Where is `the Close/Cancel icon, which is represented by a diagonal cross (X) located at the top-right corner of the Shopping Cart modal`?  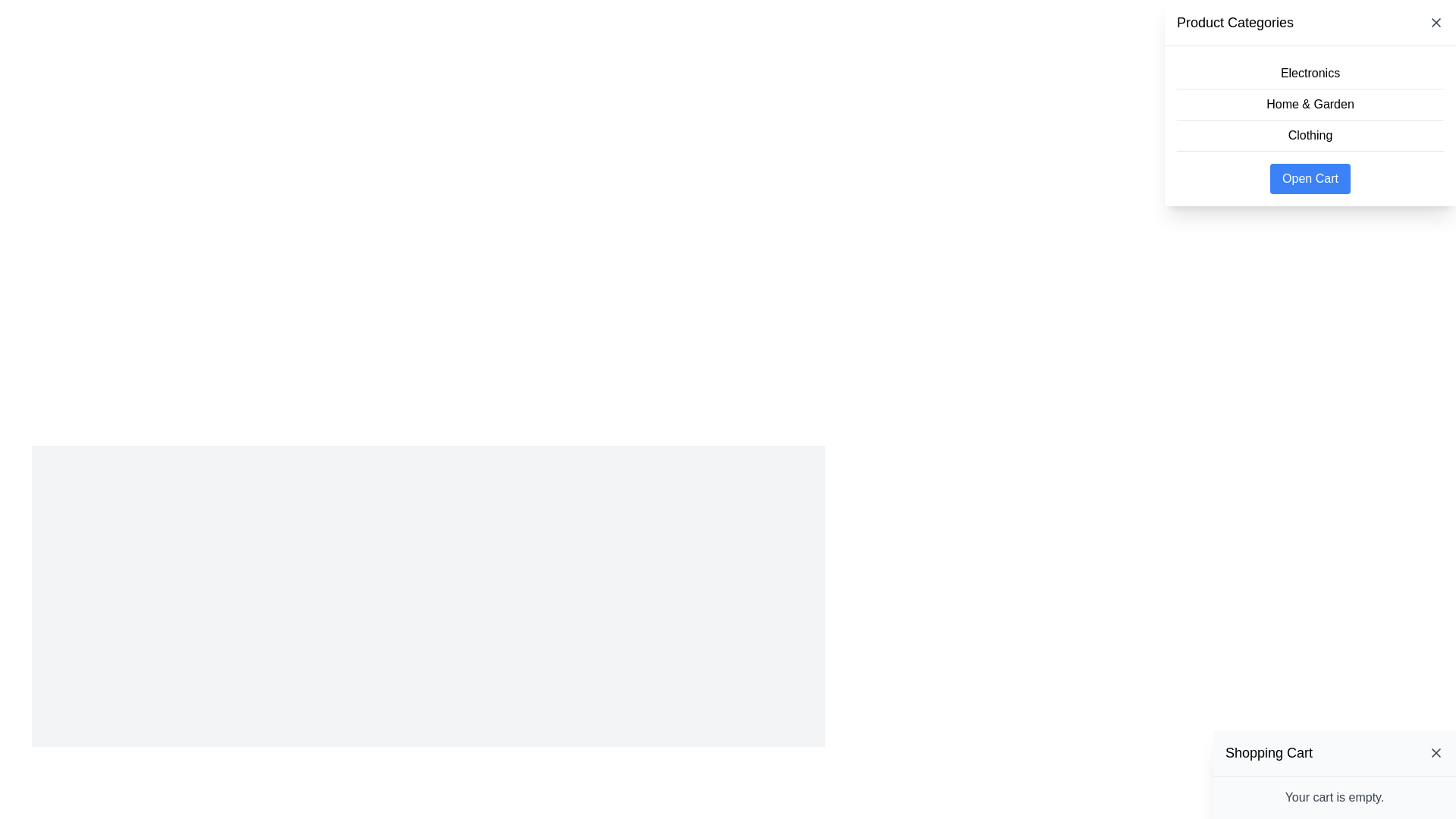
the Close/Cancel icon, which is represented by a diagonal cross (X) located at the top-right corner of the Shopping Cart modal is located at coordinates (1436, 752).